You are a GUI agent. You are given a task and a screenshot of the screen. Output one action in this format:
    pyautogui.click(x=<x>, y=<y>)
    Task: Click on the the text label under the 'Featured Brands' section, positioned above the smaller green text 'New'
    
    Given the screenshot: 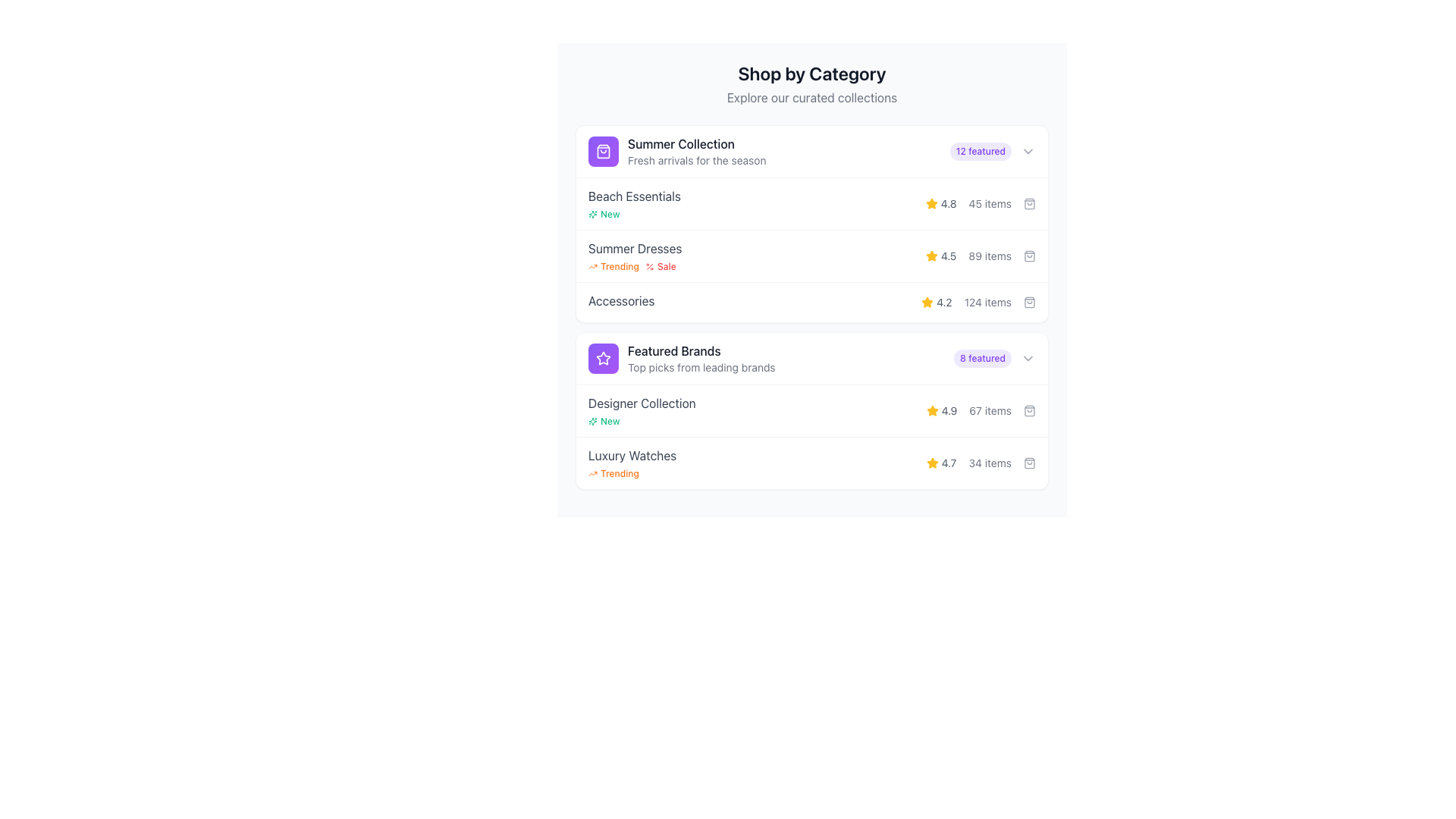 What is the action you would take?
    pyautogui.click(x=642, y=403)
    